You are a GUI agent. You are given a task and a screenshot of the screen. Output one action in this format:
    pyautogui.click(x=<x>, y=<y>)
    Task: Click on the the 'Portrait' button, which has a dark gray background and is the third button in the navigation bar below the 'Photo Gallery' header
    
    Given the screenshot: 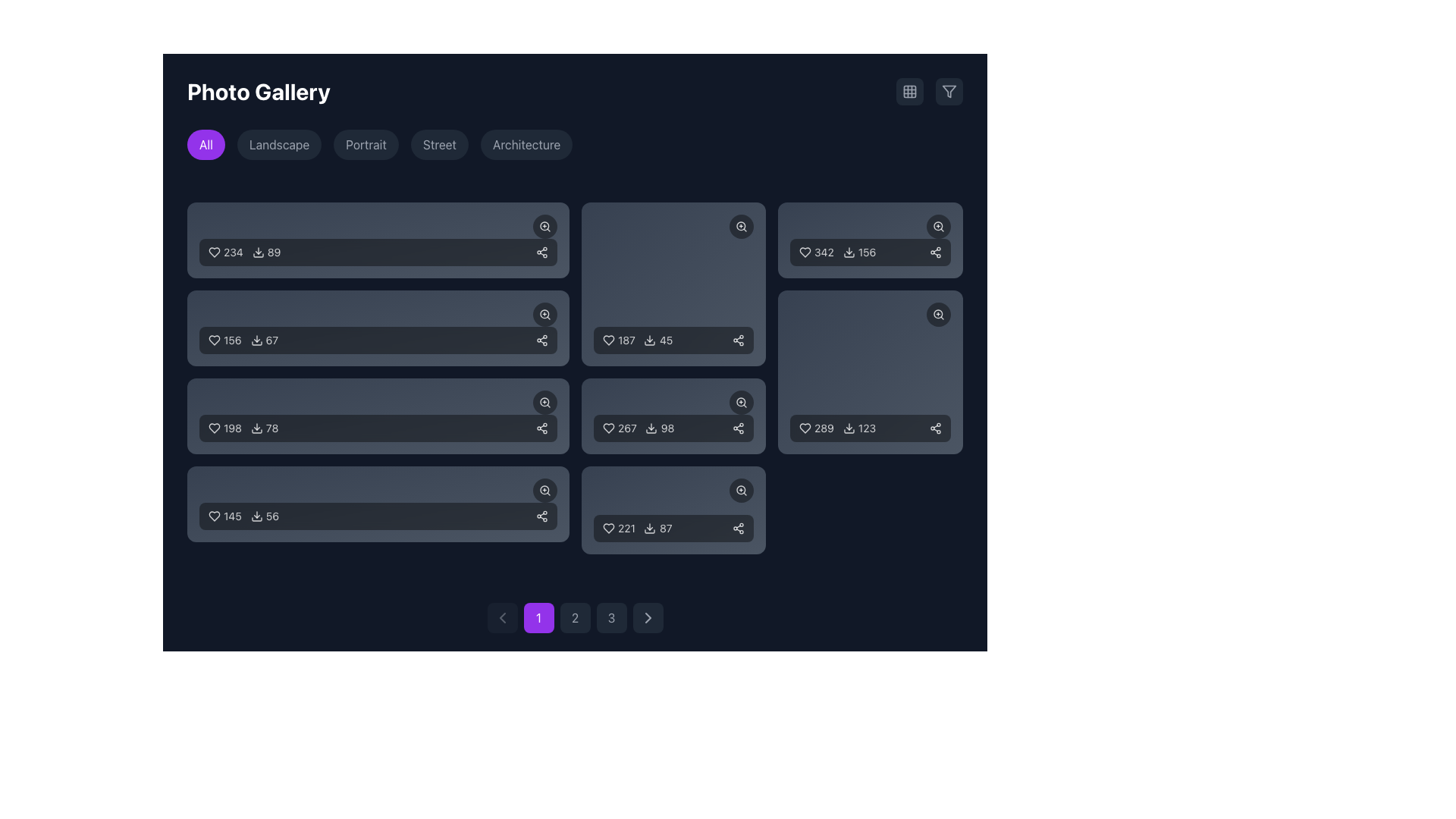 What is the action you would take?
    pyautogui.click(x=366, y=145)
    